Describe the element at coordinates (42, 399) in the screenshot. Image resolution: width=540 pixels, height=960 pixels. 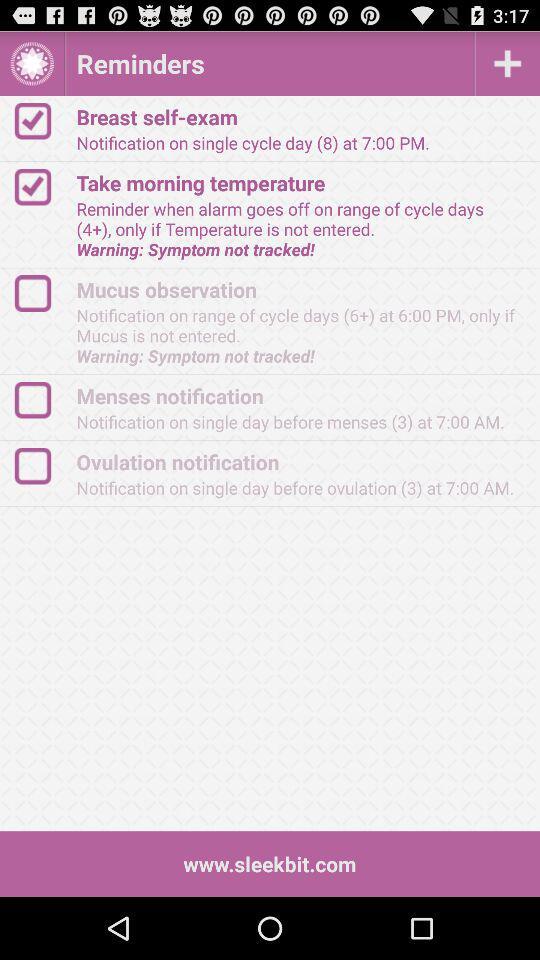
I see `check box` at that location.